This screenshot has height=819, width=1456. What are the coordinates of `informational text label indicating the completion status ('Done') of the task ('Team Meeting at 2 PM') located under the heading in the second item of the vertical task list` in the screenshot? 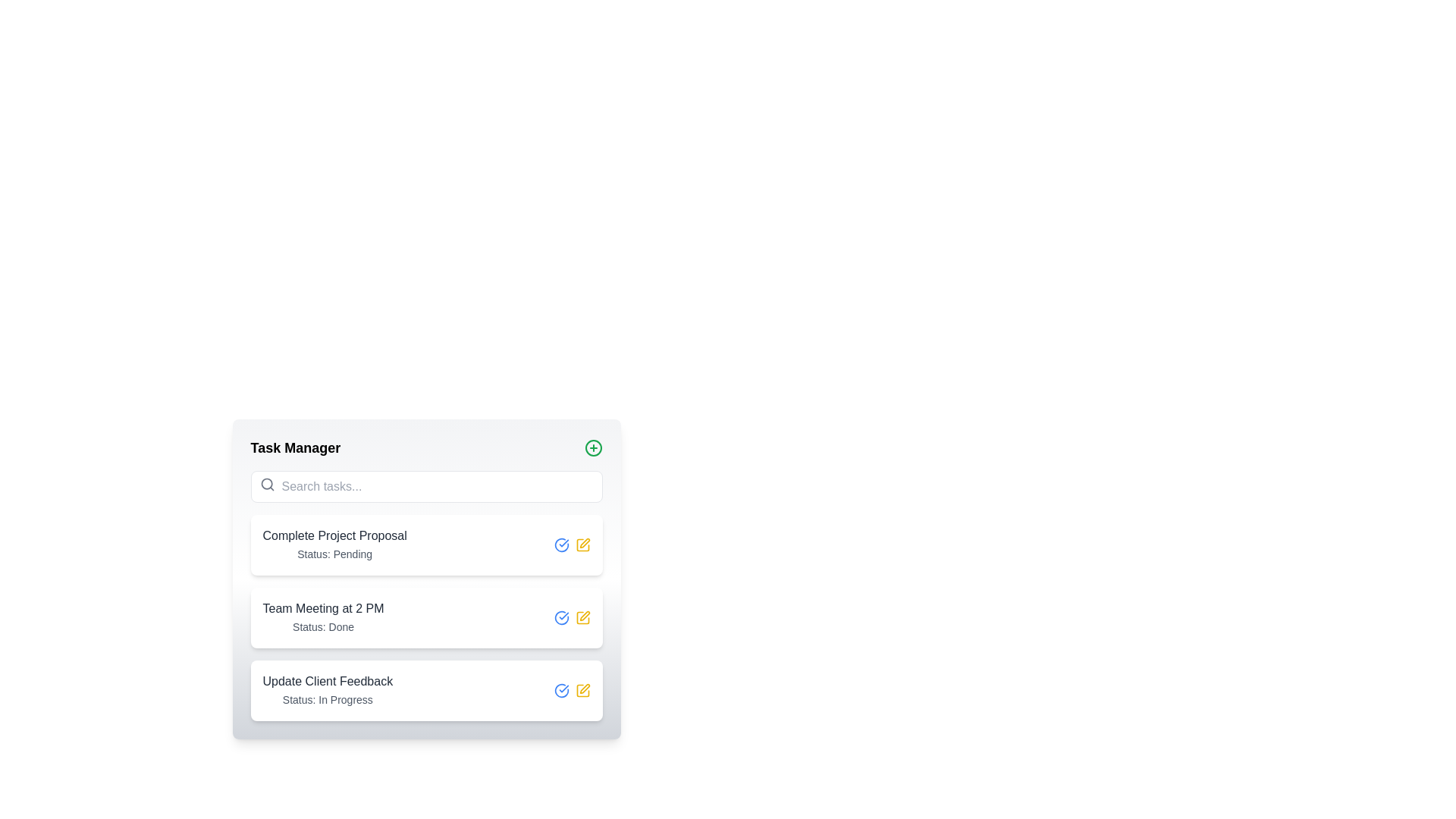 It's located at (322, 626).